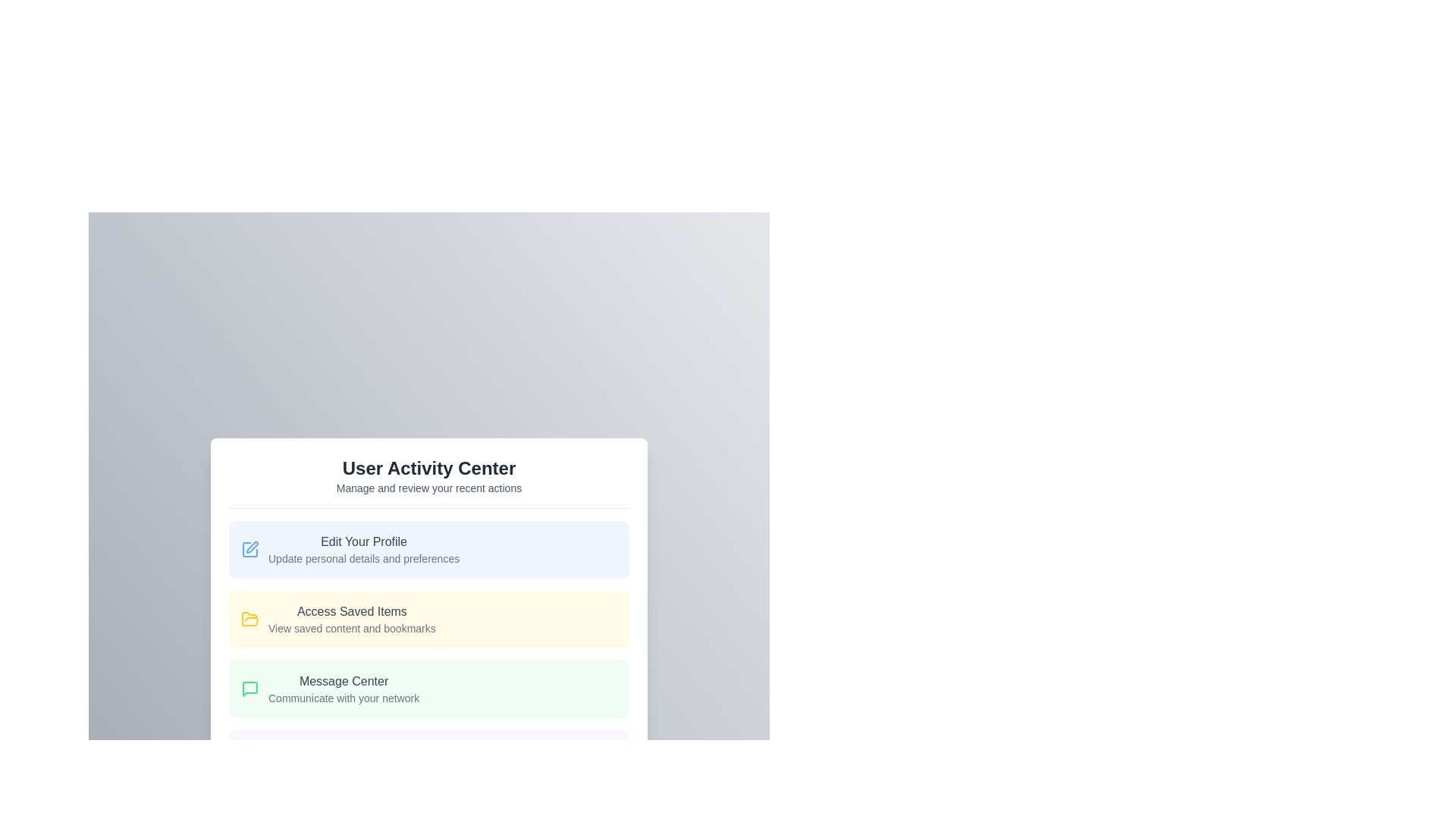 The image size is (1456, 819). What do you see at coordinates (428, 482) in the screenshot?
I see `information presented in the header that serves as a title and introductory section for the functionality of the subsequent elements` at bounding box center [428, 482].